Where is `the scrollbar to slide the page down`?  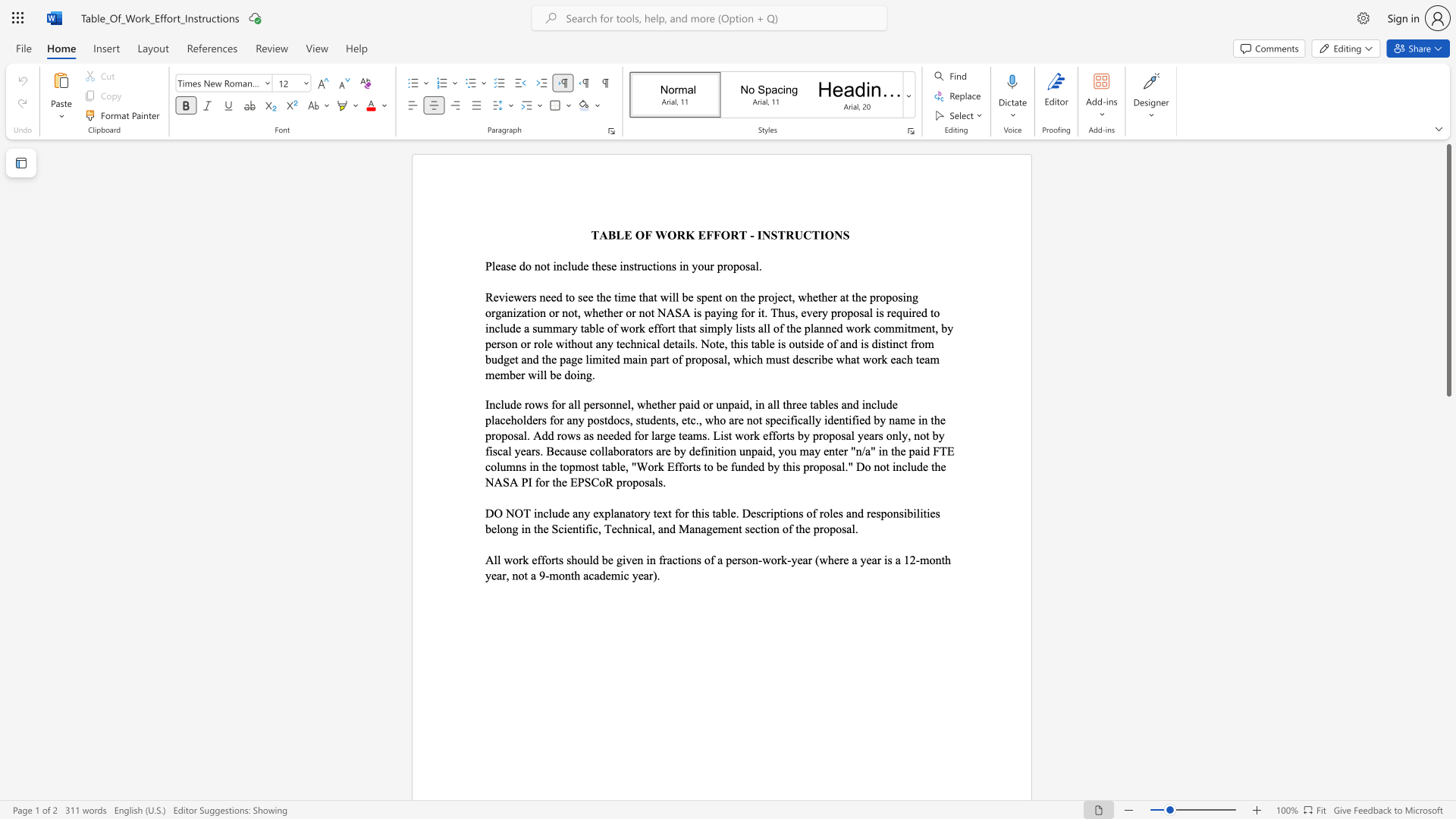
the scrollbar to slide the page down is located at coordinates (1448, 614).